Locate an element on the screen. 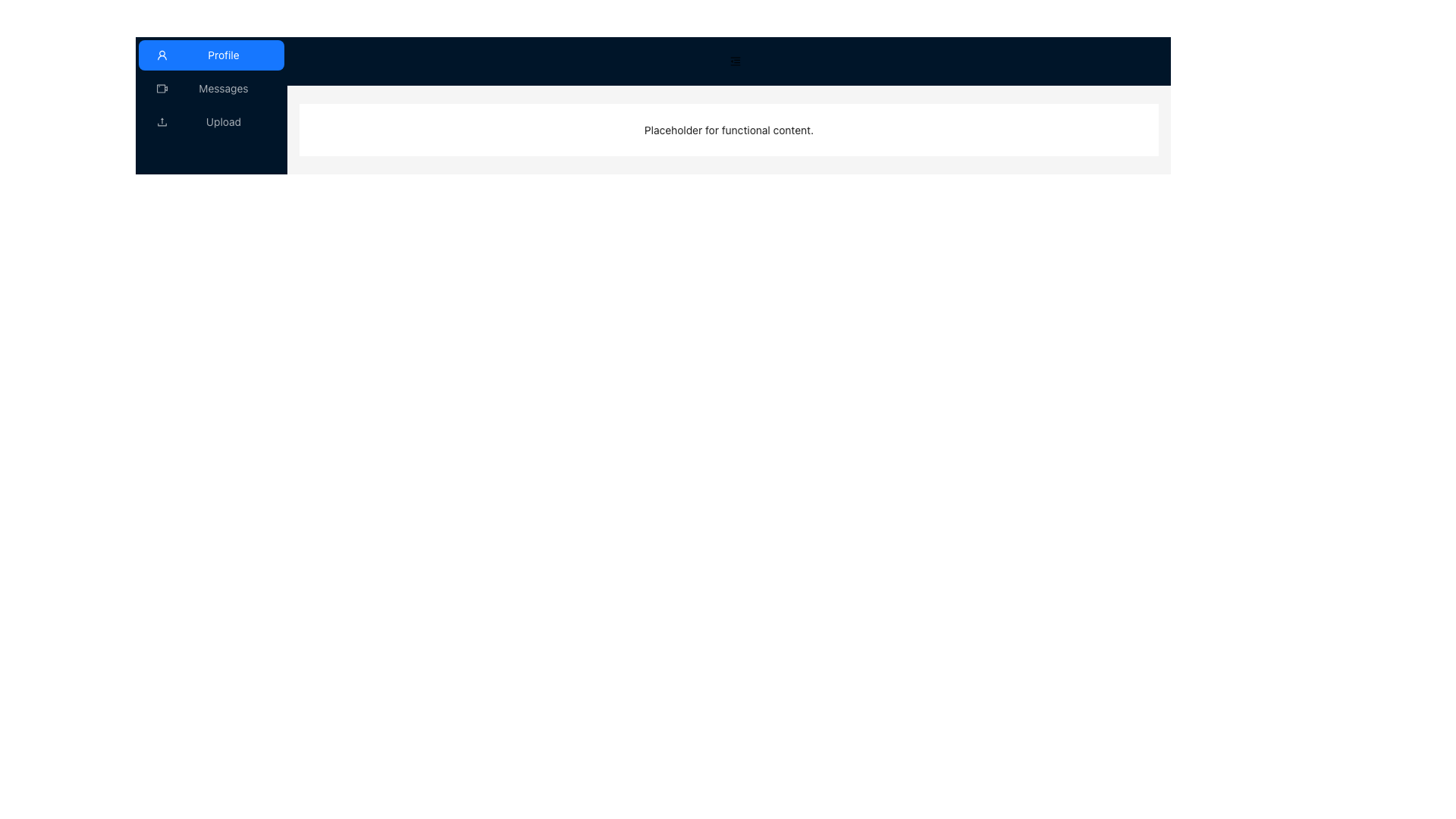 The height and width of the screenshot is (819, 1456). the 'Messages' icon located in the vertical navigation bar on the left side of the interface, positioned below the 'Profile' button and above the 'Upload' button is located at coordinates (162, 88).